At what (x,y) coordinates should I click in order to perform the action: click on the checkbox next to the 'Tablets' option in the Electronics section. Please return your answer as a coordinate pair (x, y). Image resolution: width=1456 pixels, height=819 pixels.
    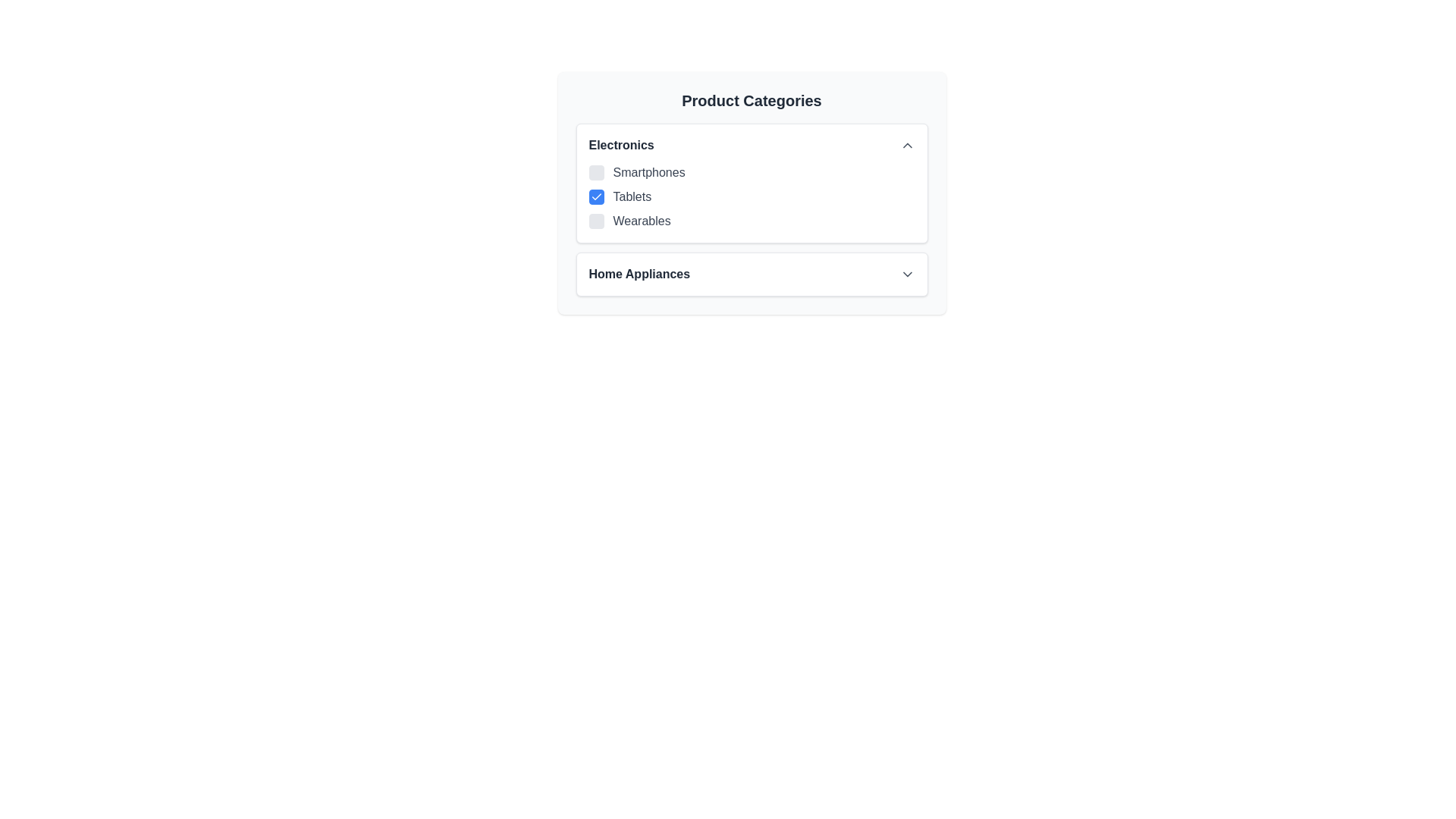
    Looking at the image, I should click on (752, 196).